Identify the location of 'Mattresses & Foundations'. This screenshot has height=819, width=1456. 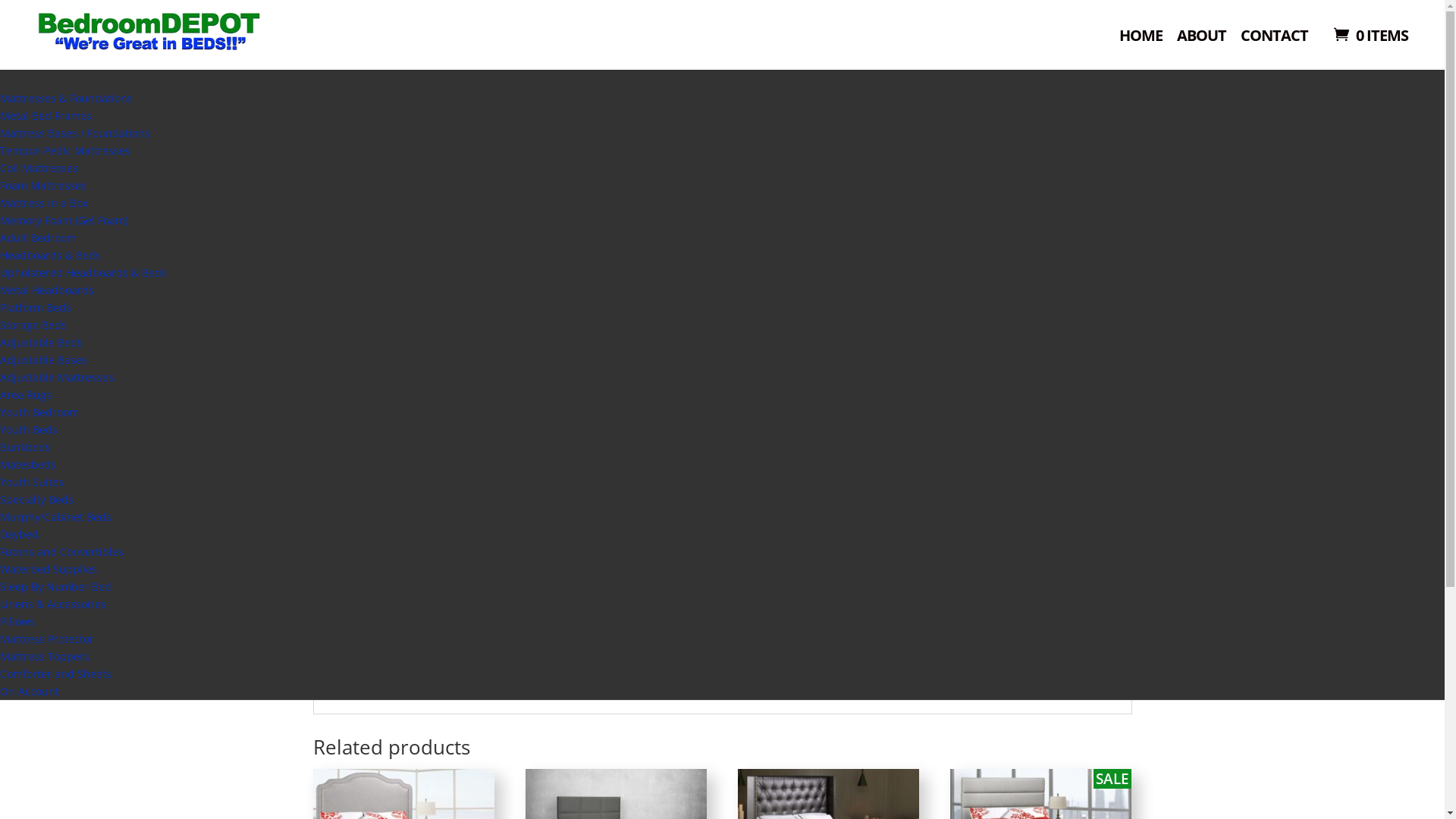
(65, 98).